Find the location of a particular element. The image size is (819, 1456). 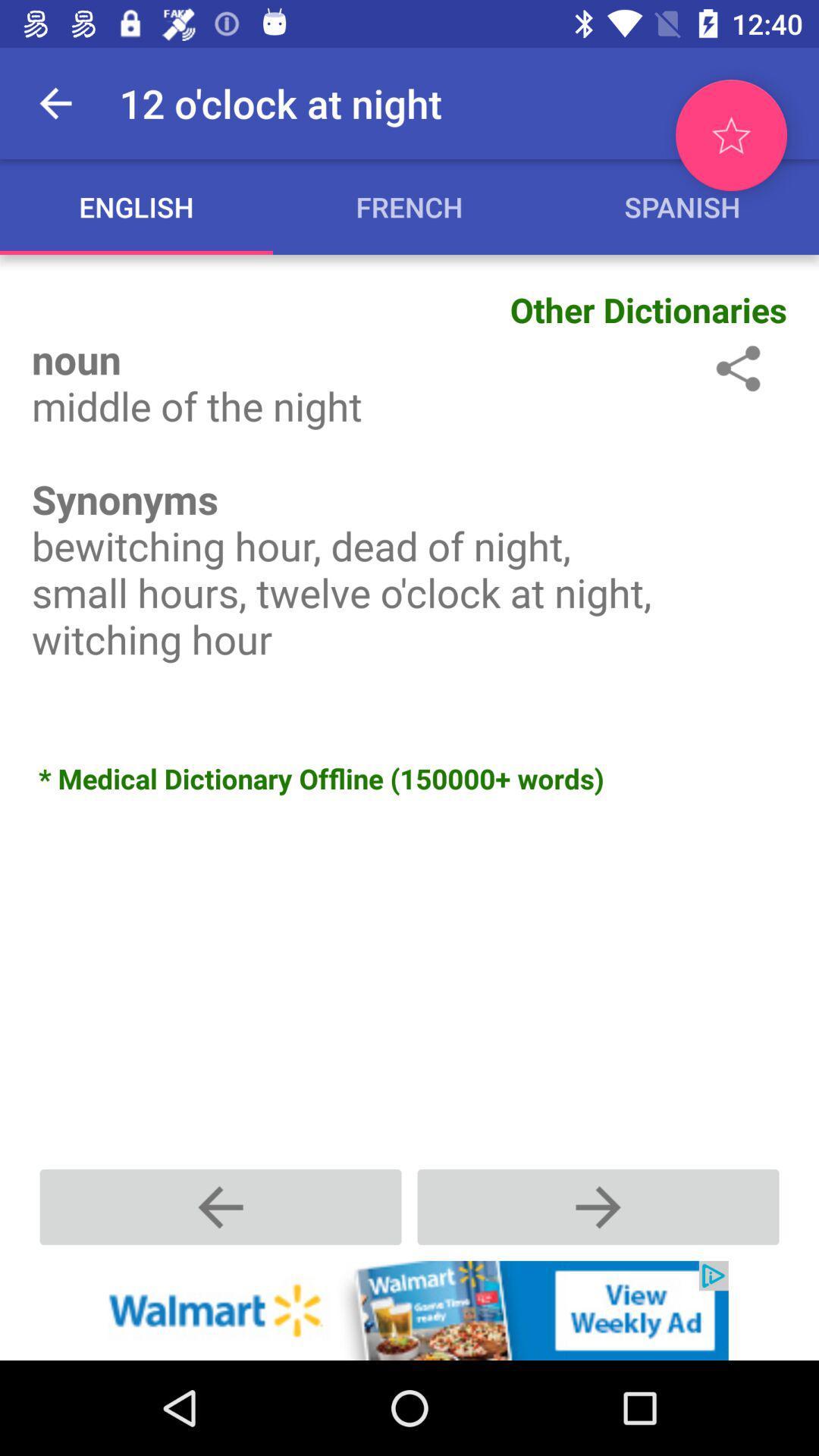

the add icon is located at coordinates (598, 1206).